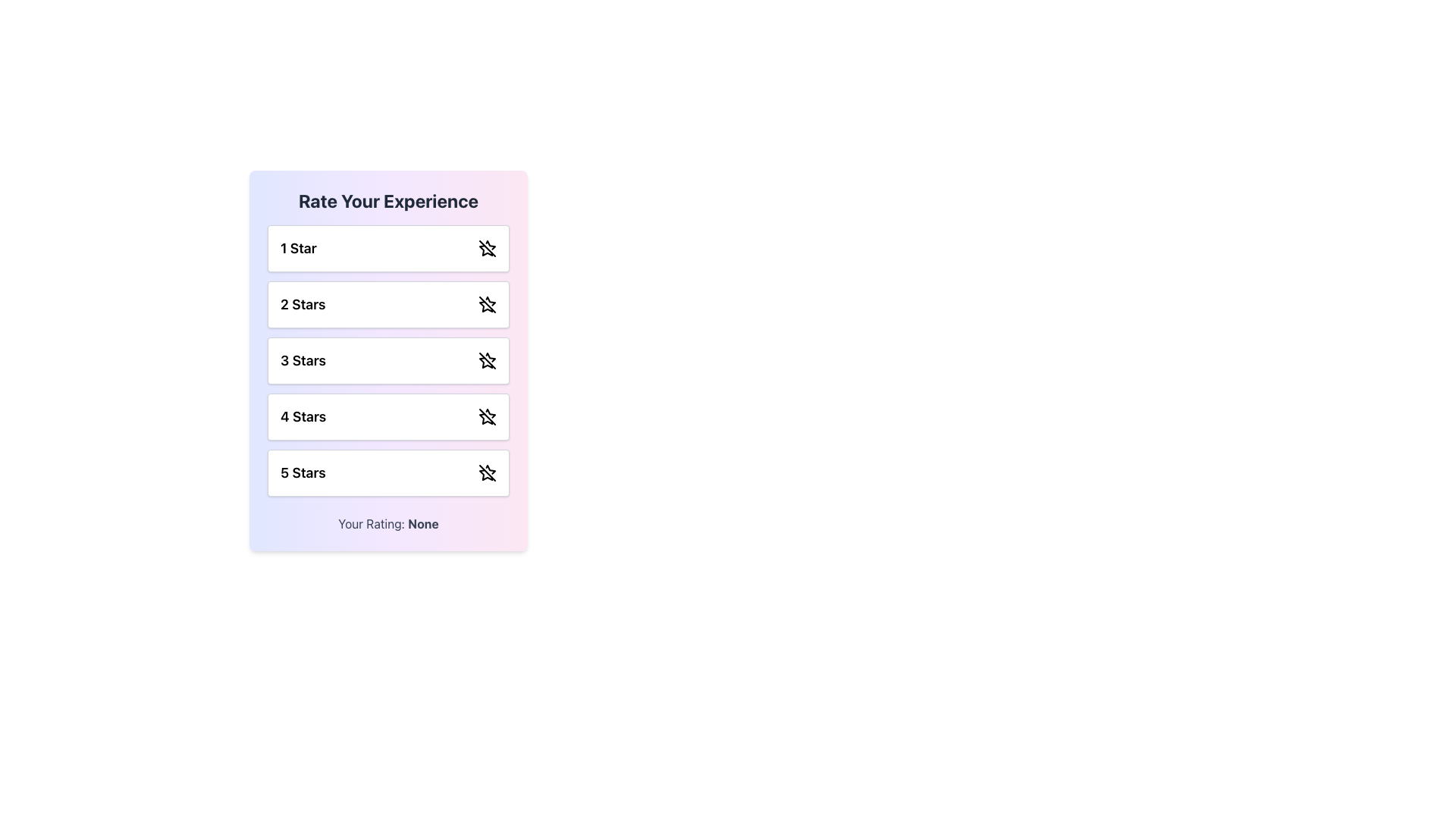 This screenshot has width=1456, height=819. Describe the element at coordinates (488, 417) in the screenshot. I see `the 4-star rating icon adjacent to the text '4 Stars'` at that location.